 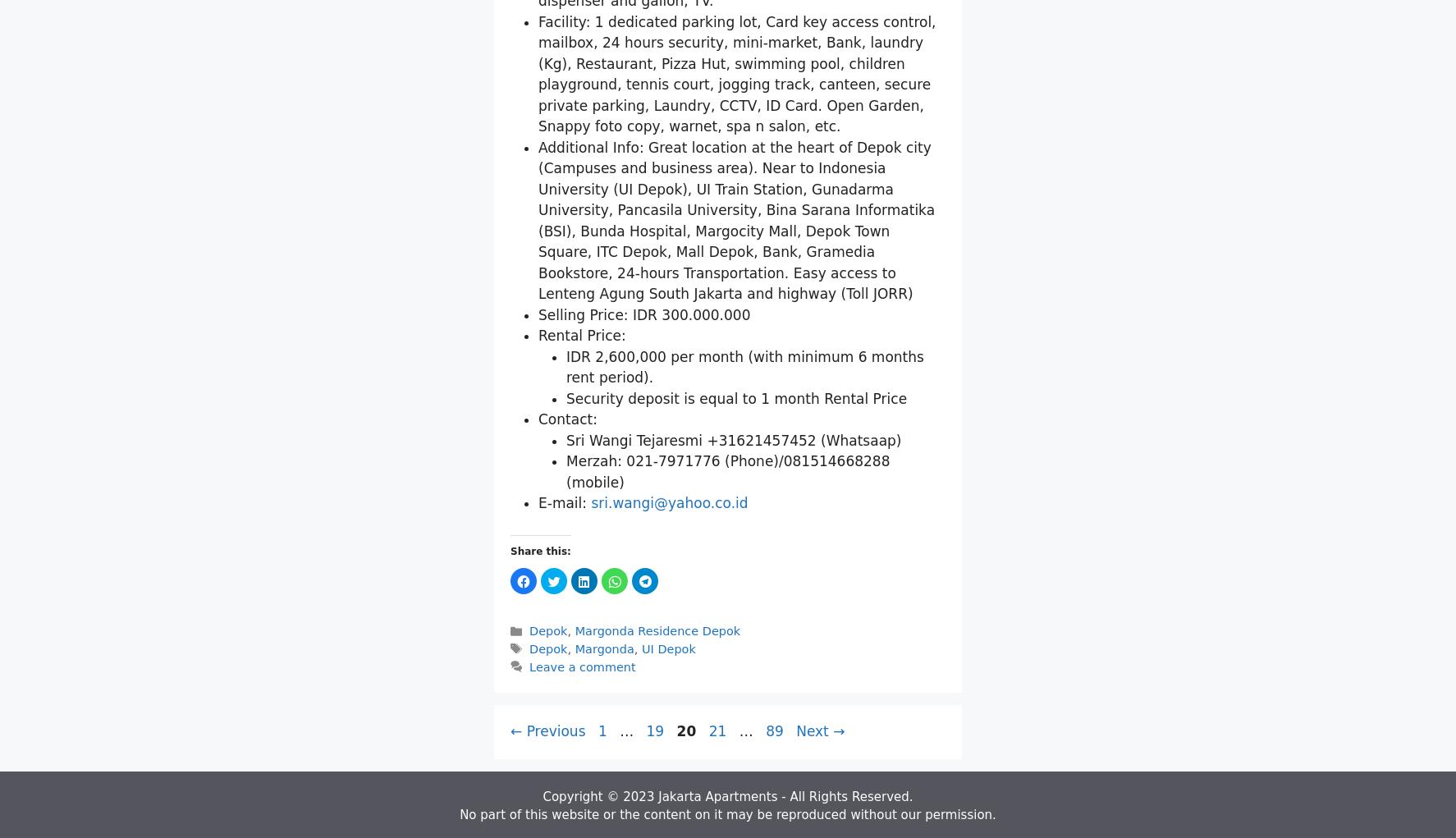 What do you see at coordinates (669, 694) in the screenshot?
I see `'sri.wangi@yahoo.co.id'` at bounding box center [669, 694].